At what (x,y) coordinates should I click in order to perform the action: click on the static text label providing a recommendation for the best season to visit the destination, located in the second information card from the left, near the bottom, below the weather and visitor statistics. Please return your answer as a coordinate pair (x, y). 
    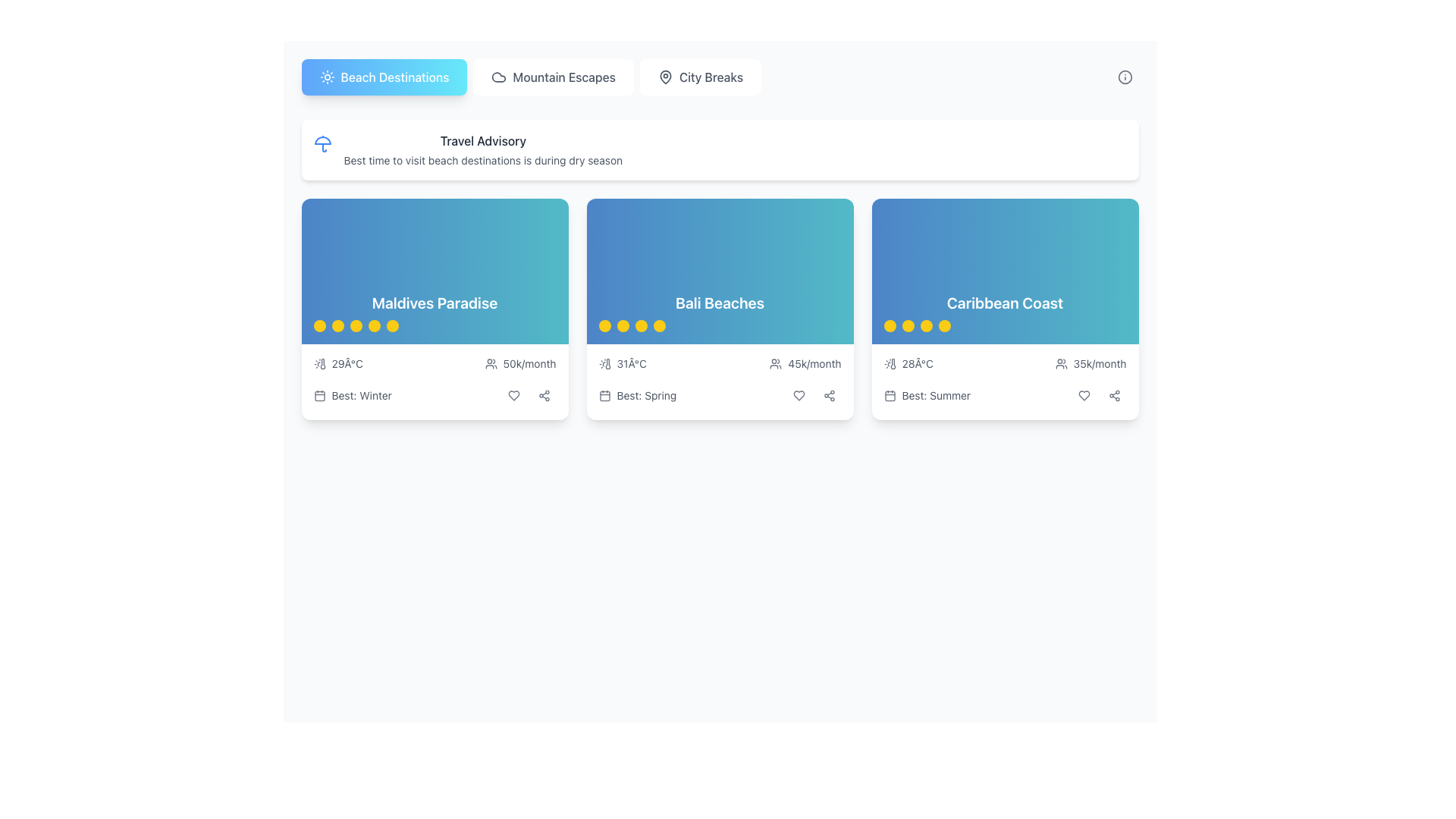
    Looking at the image, I should click on (646, 394).